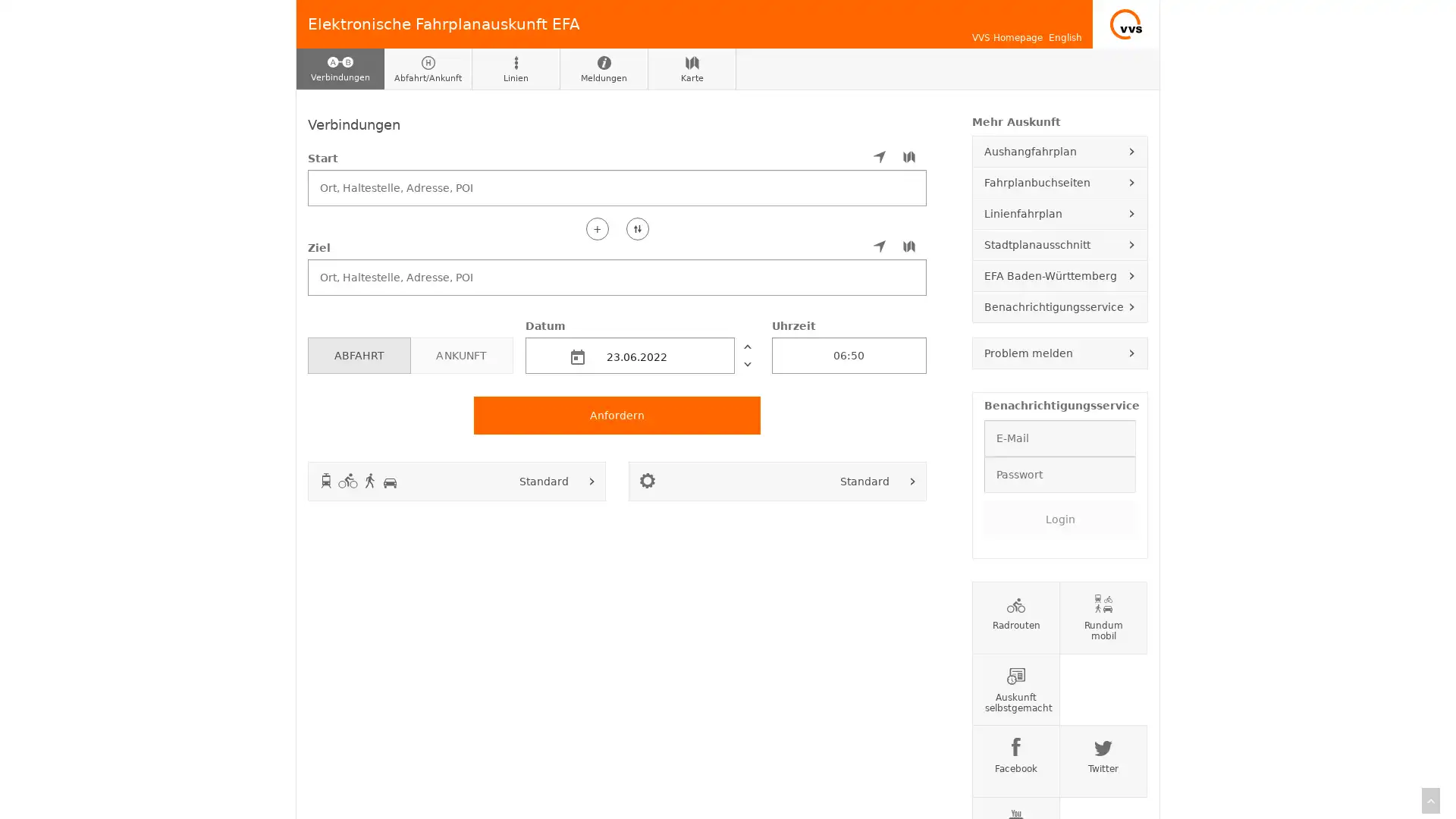 The height and width of the screenshot is (819, 1456). Describe the element at coordinates (912, 480) in the screenshot. I see `Fahroptionen` at that location.